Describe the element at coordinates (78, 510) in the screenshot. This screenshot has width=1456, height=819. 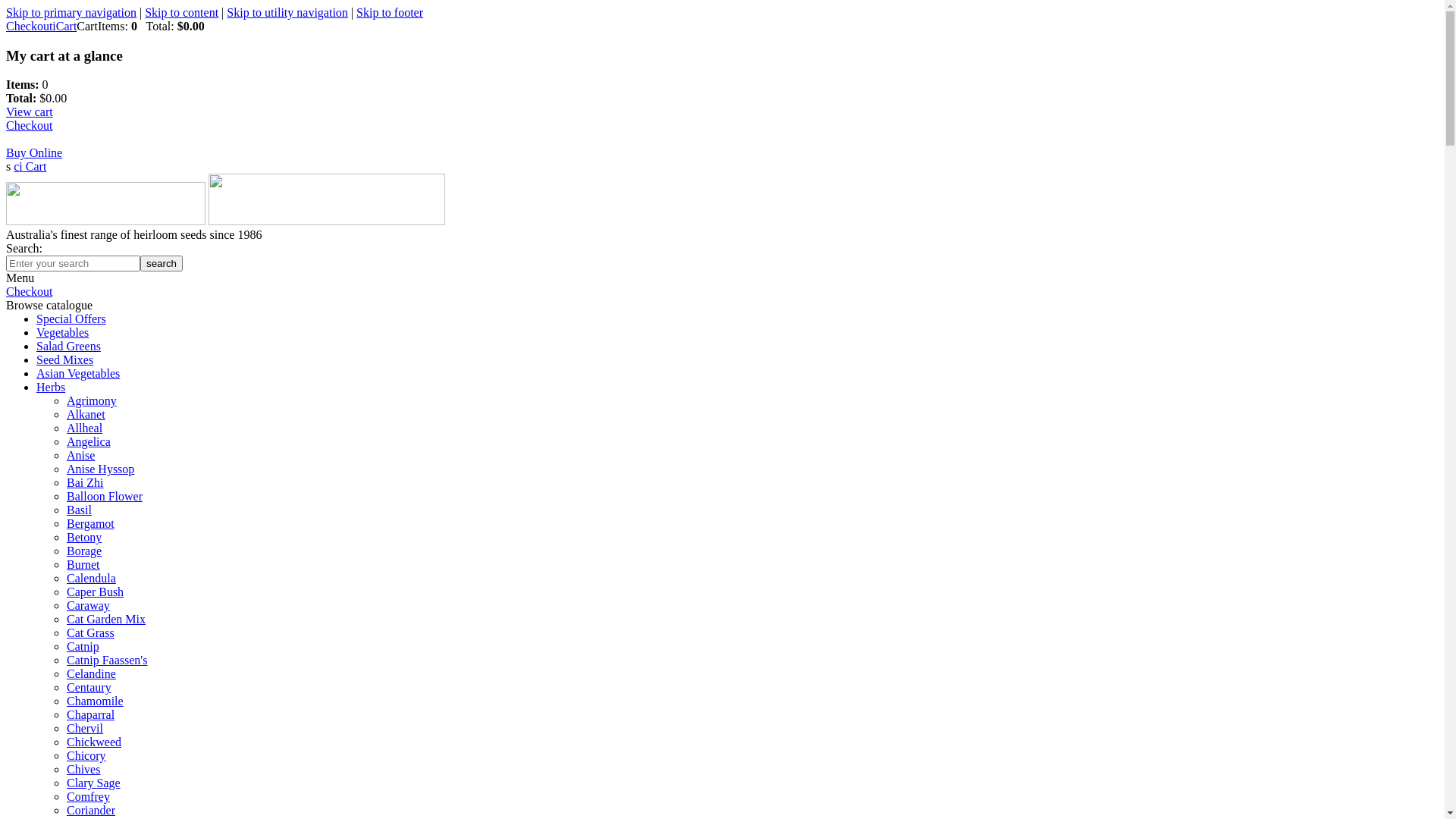
I see `'Basil'` at that location.